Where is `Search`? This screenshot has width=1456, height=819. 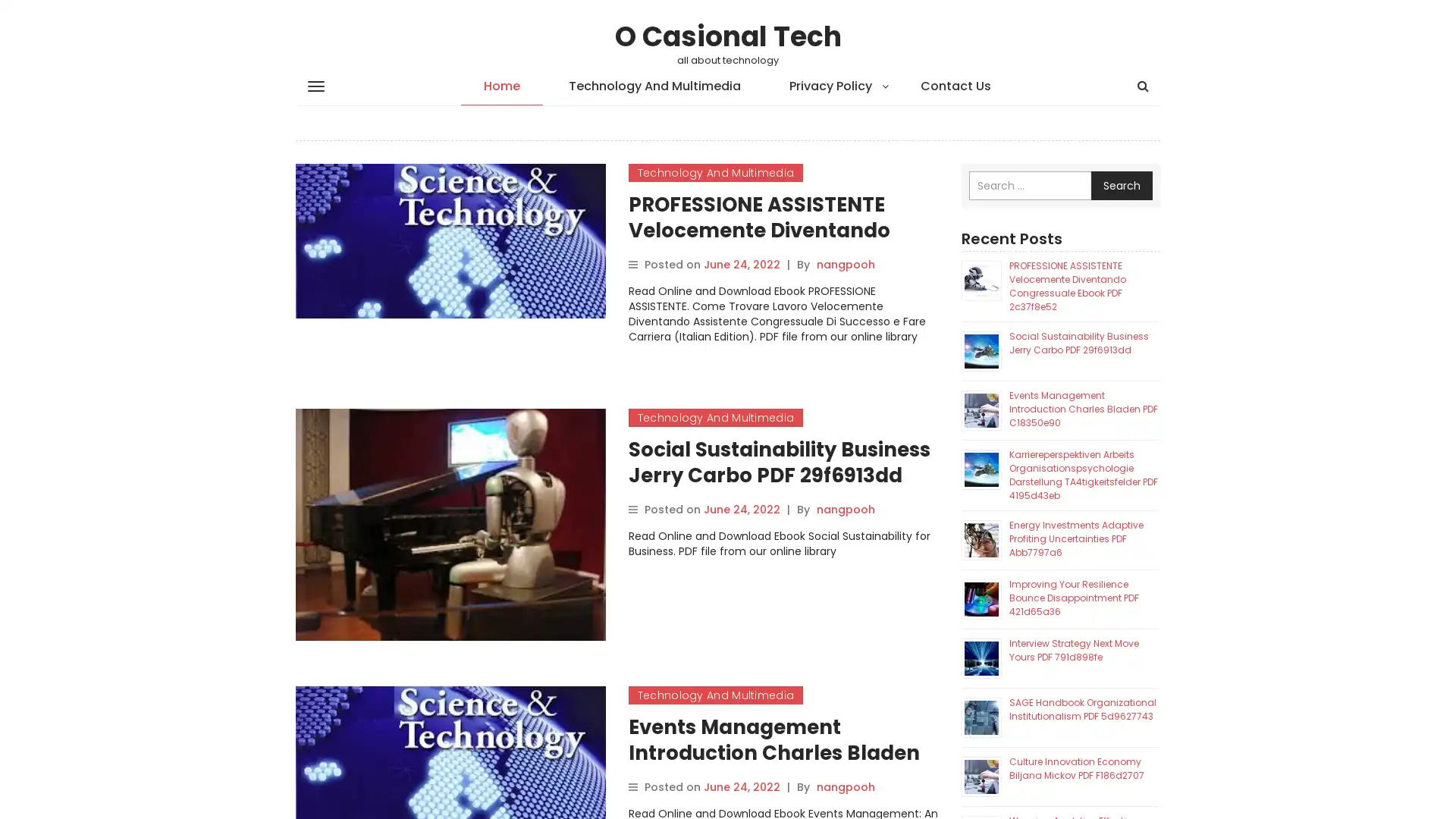
Search is located at coordinates (1122, 185).